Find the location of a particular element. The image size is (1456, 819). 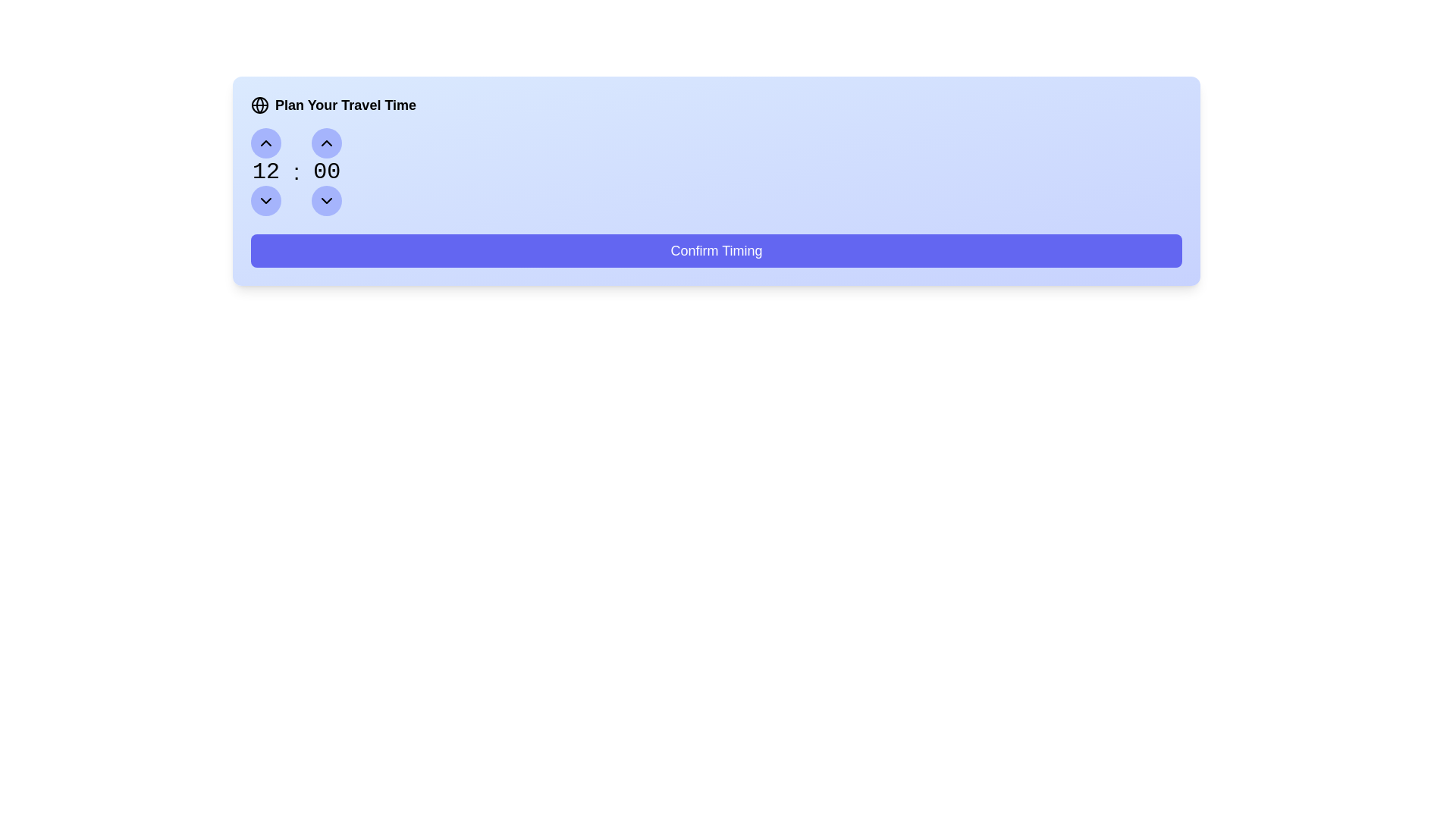

the separator text element that visually divides the hour and minute portions of the time display ('12:00') is located at coordinates (297, 171).